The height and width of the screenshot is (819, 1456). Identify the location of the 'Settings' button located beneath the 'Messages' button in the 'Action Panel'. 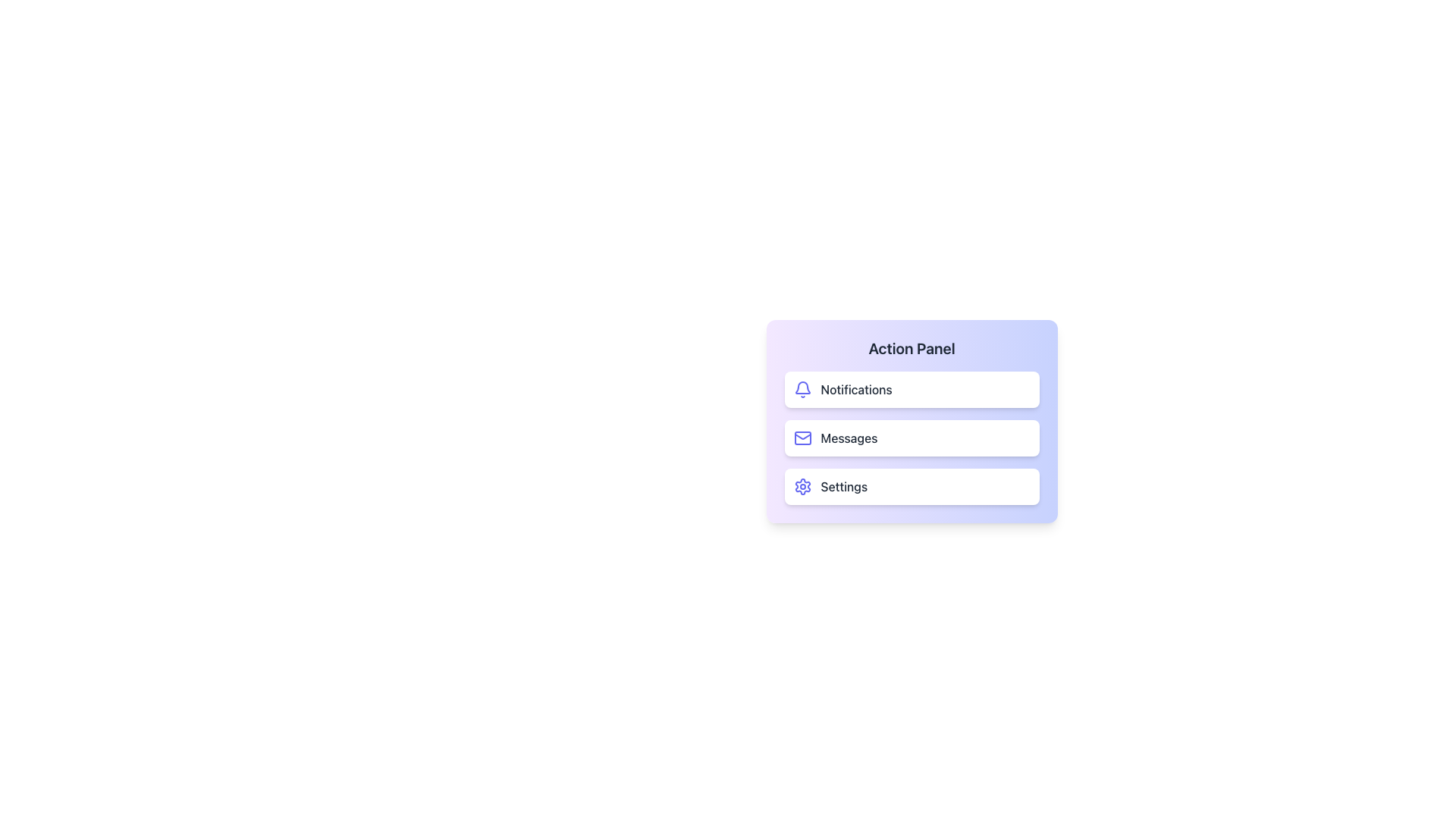
(911, 486).